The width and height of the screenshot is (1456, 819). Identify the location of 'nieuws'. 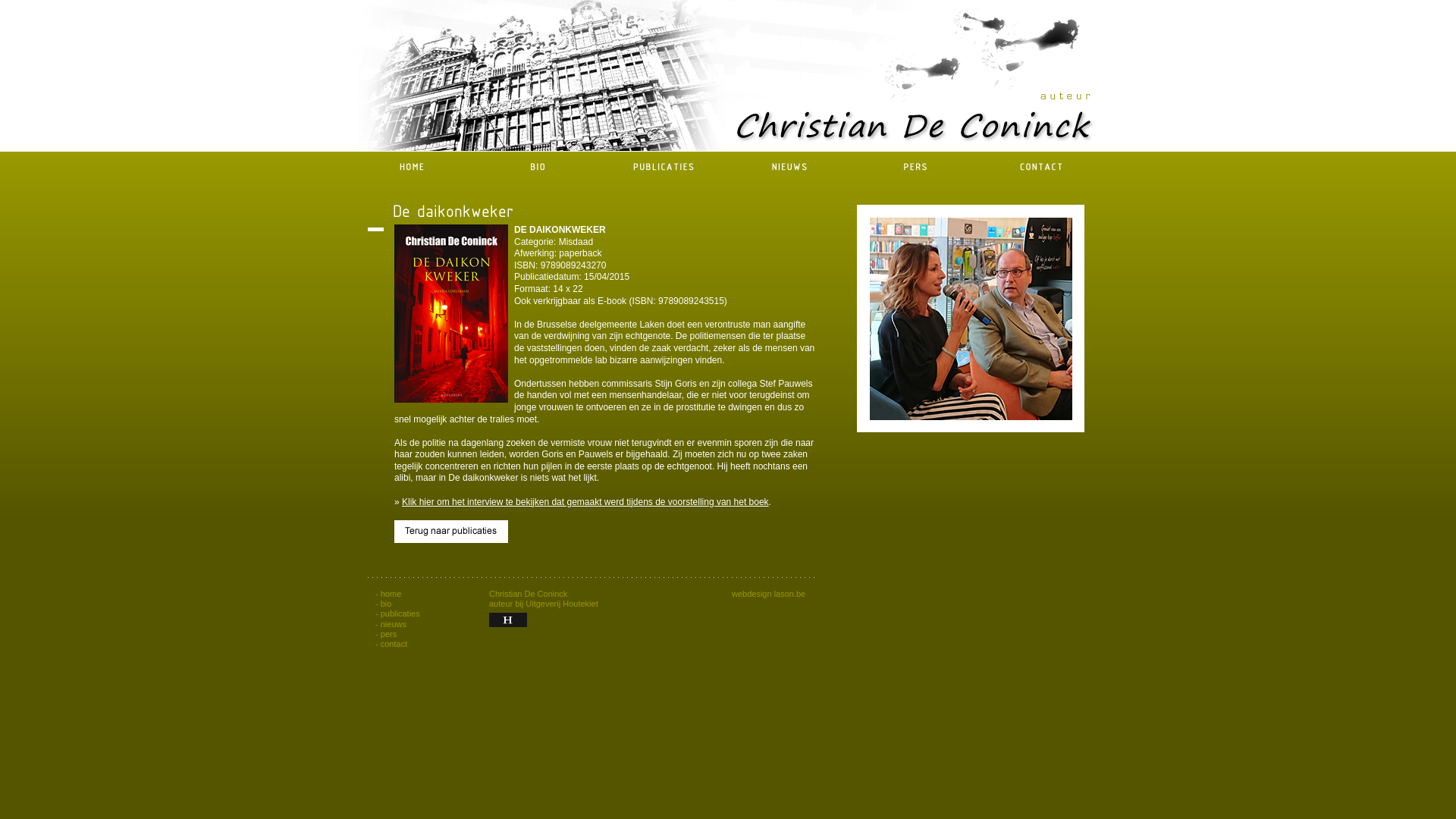
(381, 623).